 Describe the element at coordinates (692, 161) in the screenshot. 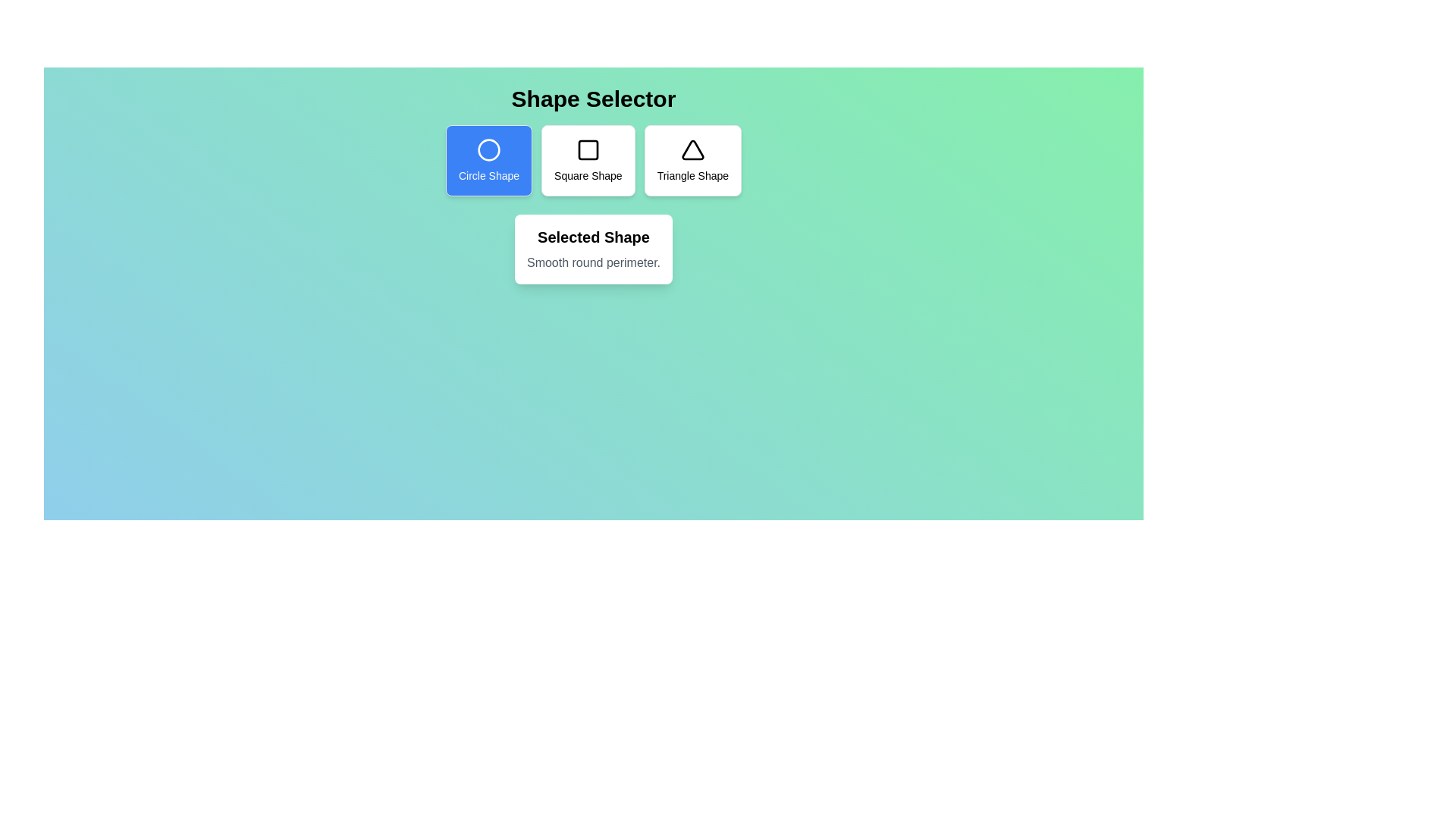

I see `the button corresponding to the shape triangle` at that location.